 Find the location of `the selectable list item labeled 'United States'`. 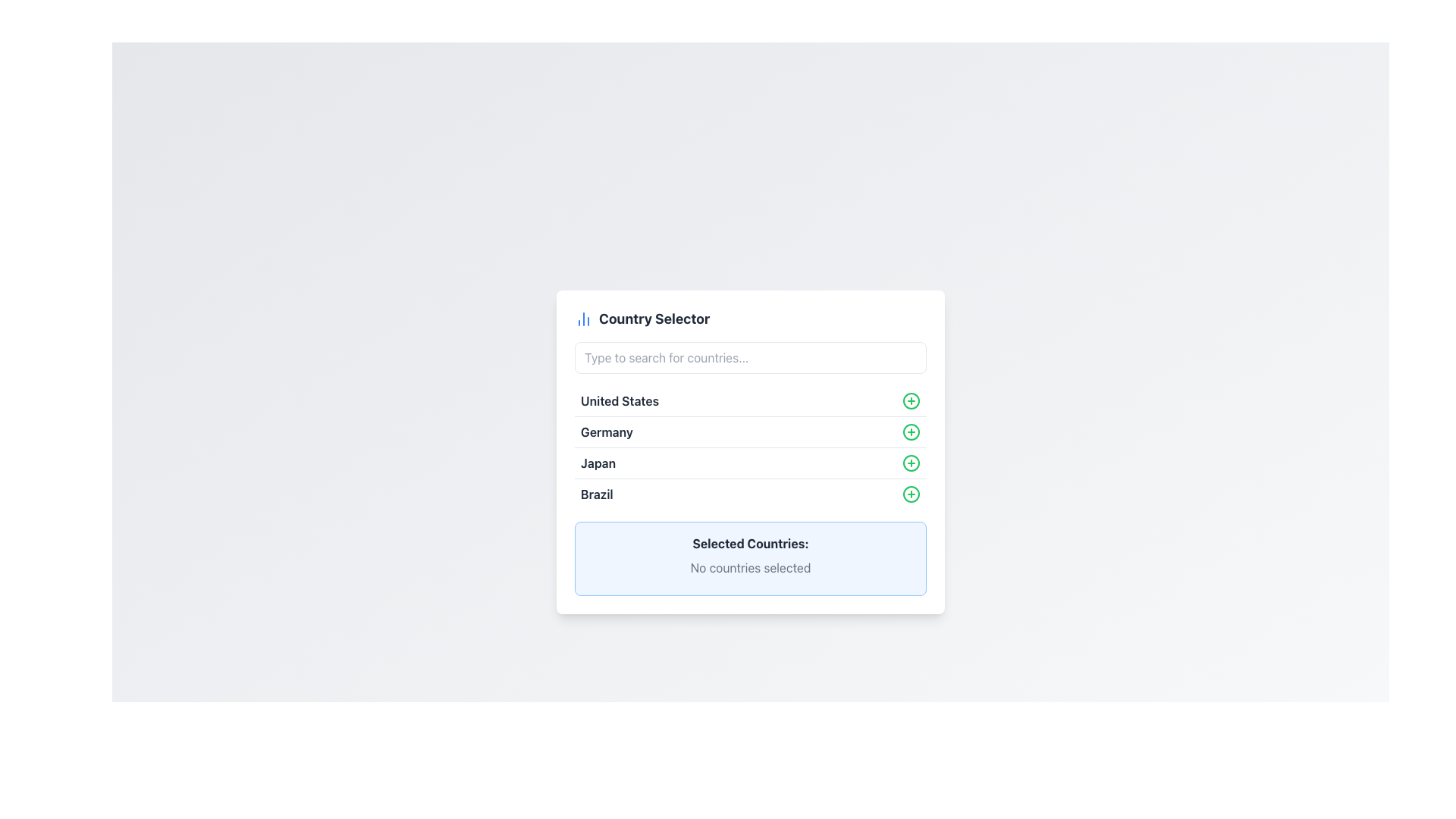

the selectable list item labeled 'United States' is located at coordinates (750, 400).